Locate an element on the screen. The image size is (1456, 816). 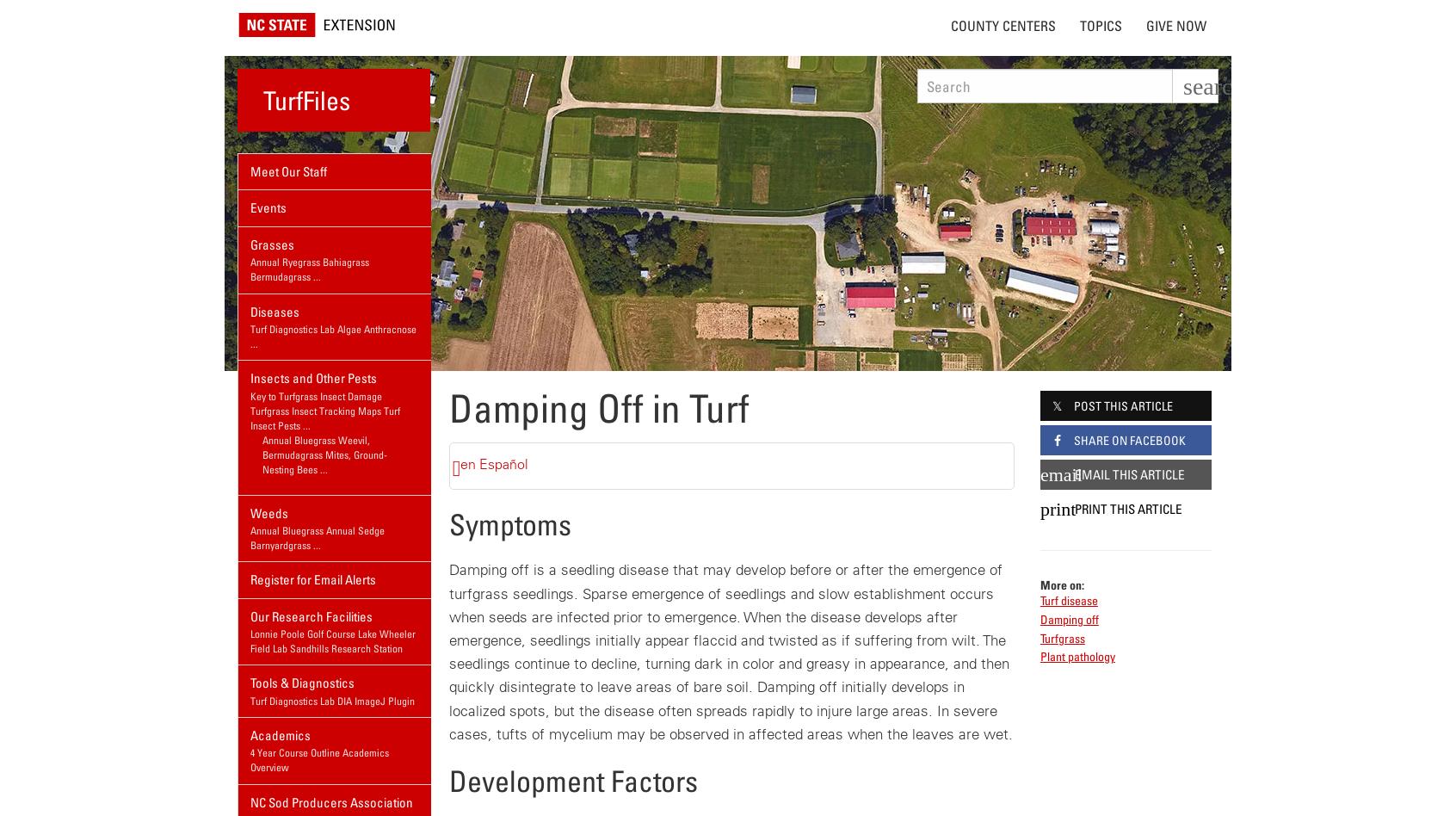
'search' is located at coordinates (1213, 86).